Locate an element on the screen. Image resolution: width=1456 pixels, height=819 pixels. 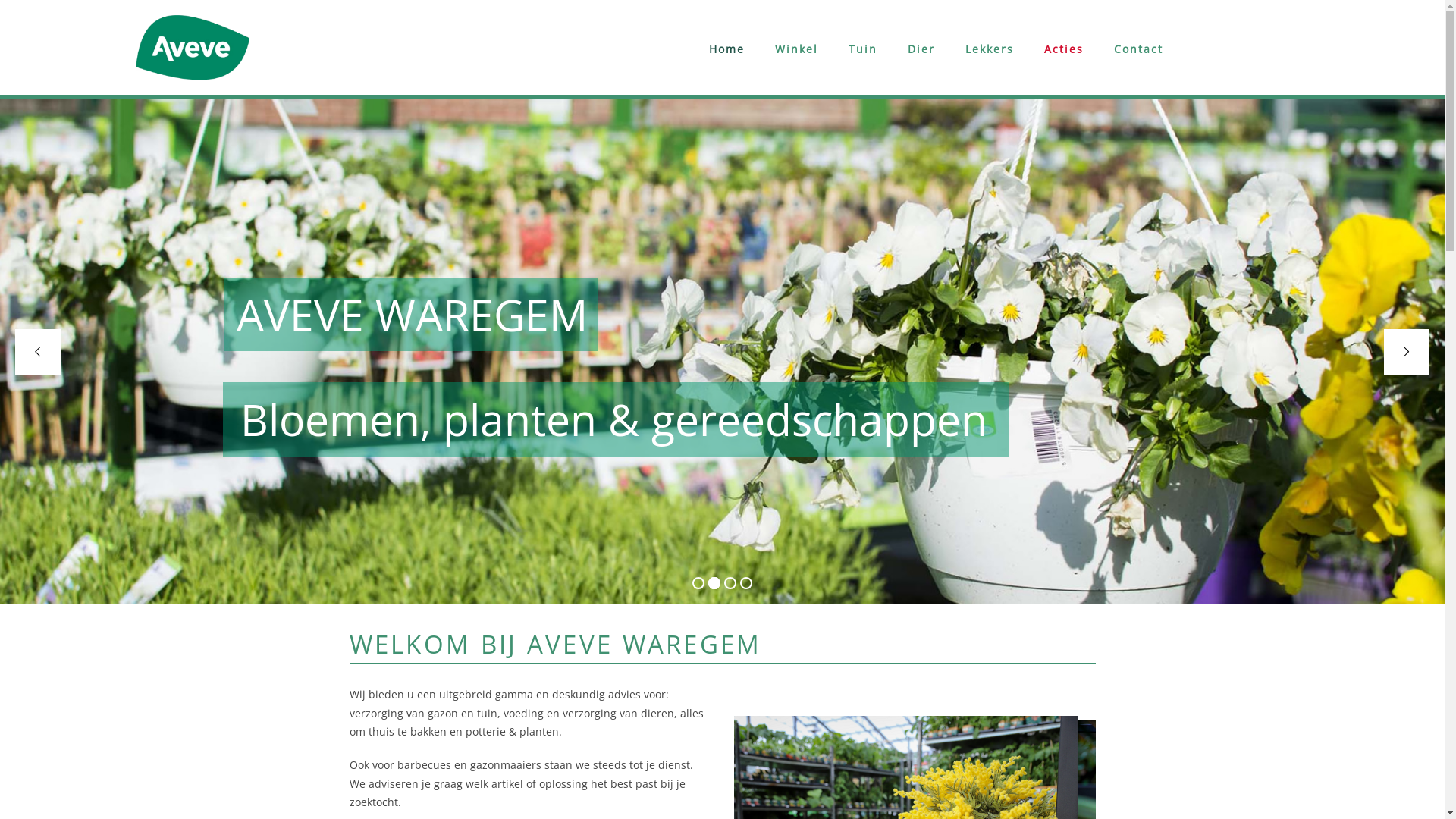
'Contact' is located at coordinates (1138, 49).